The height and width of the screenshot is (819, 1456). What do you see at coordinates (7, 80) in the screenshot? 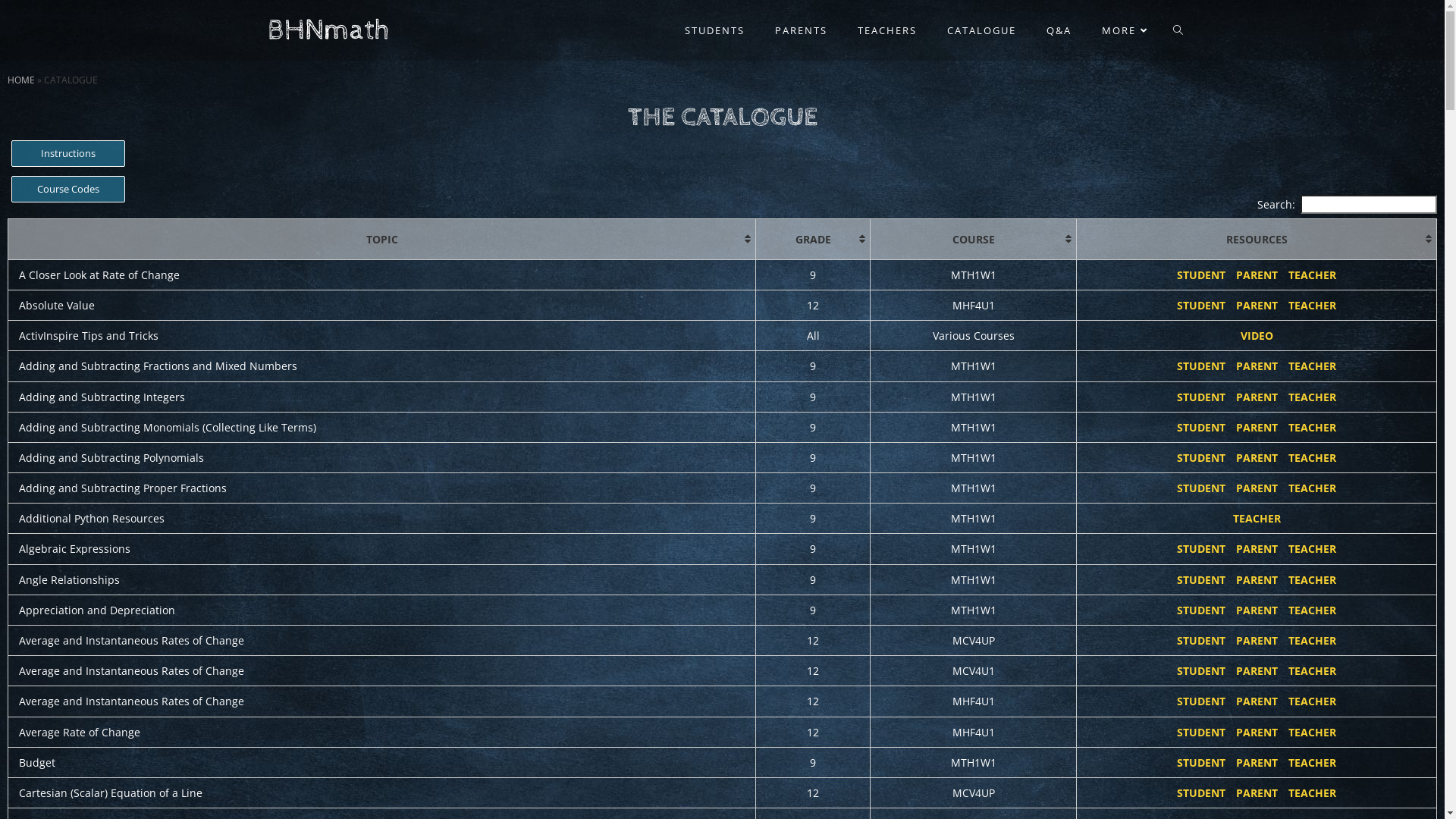
I see `'HOME'` at bounding box center [7, 80].